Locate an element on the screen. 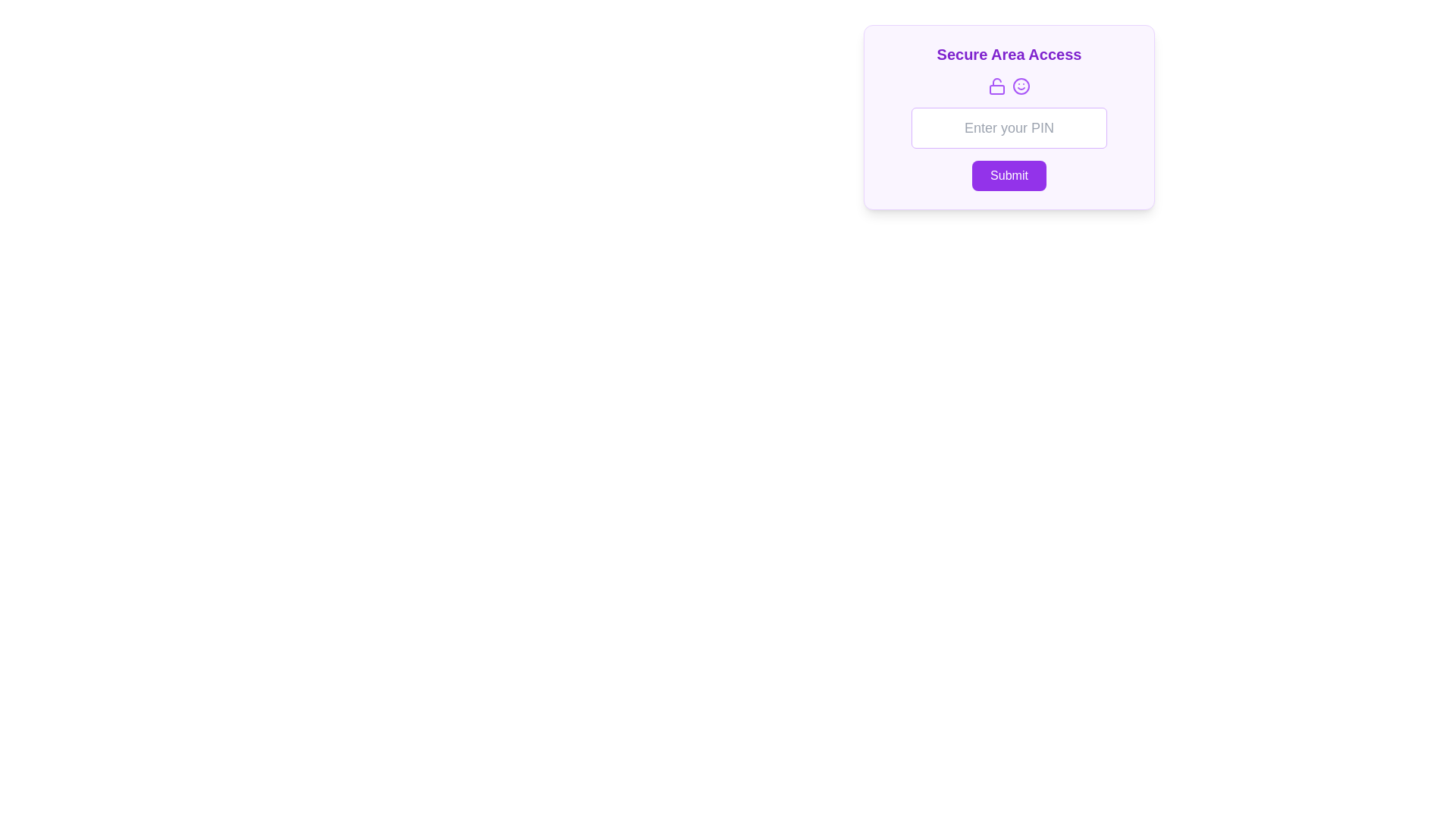 This screenshot has height=819, width=1456. the first icon in the group, which symbolizes an unlocked state or accessibility features is located at coordinates (997, 86).